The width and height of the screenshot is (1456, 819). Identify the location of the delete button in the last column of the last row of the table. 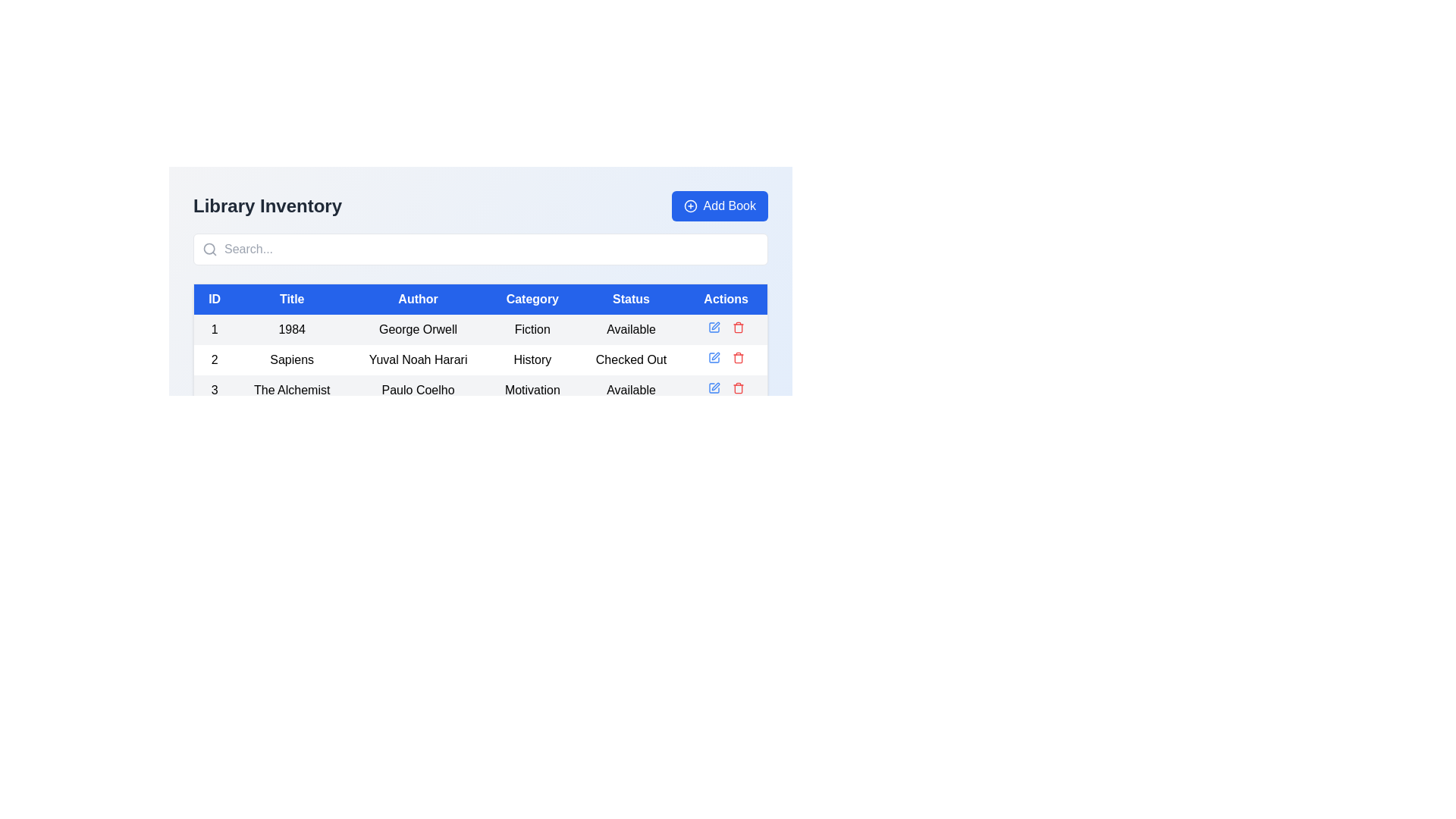
(738, 388).